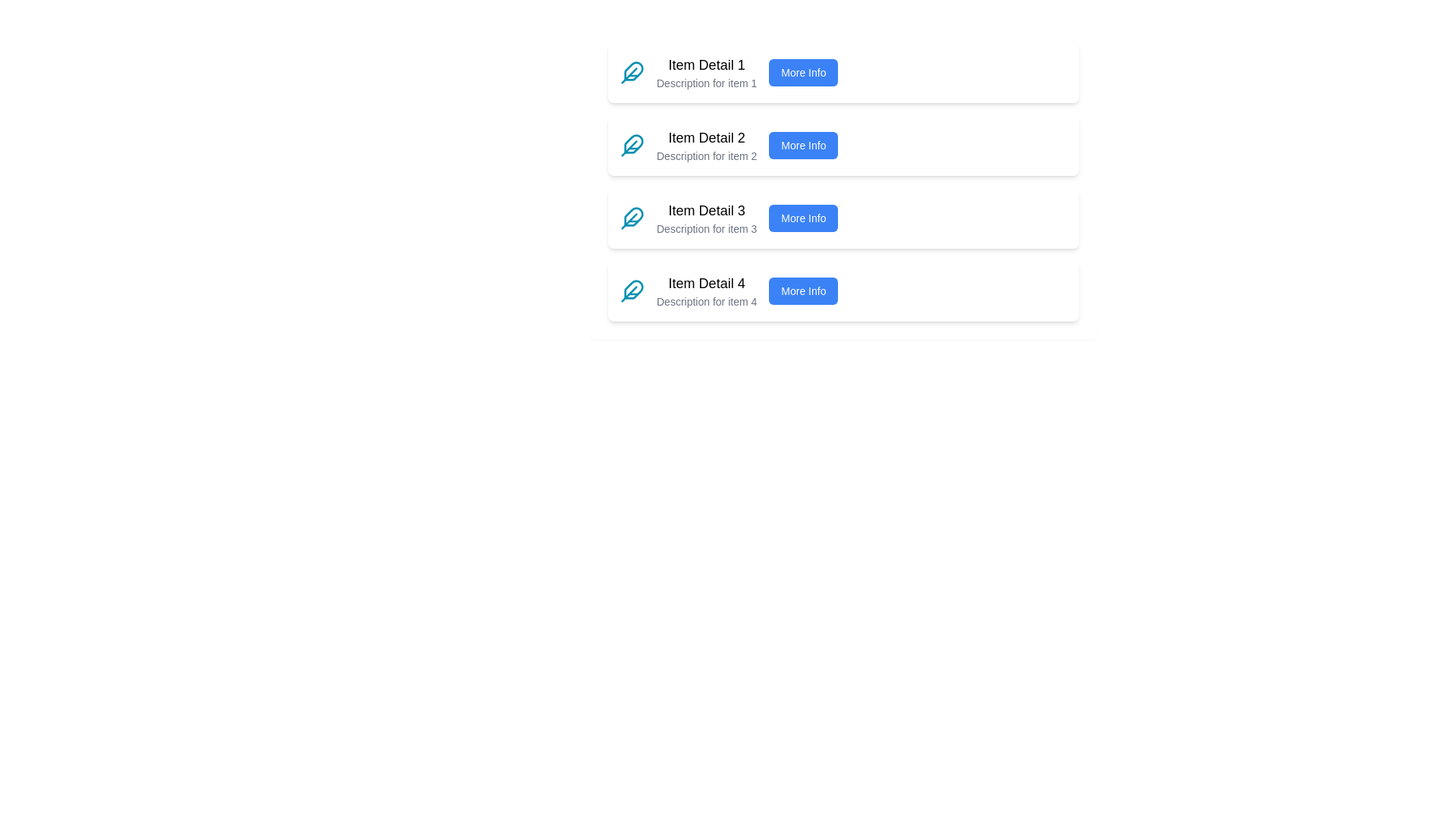 The height and width of the screenshot is (819, 1456). I want to click on the leftmost icon in the fourth row of the vertically stacked list, which is associated with 'Item Detail 4'. This icon serves as an illustrative symbol or indicator, adding visual emphasis to the item, so click(633, 289).